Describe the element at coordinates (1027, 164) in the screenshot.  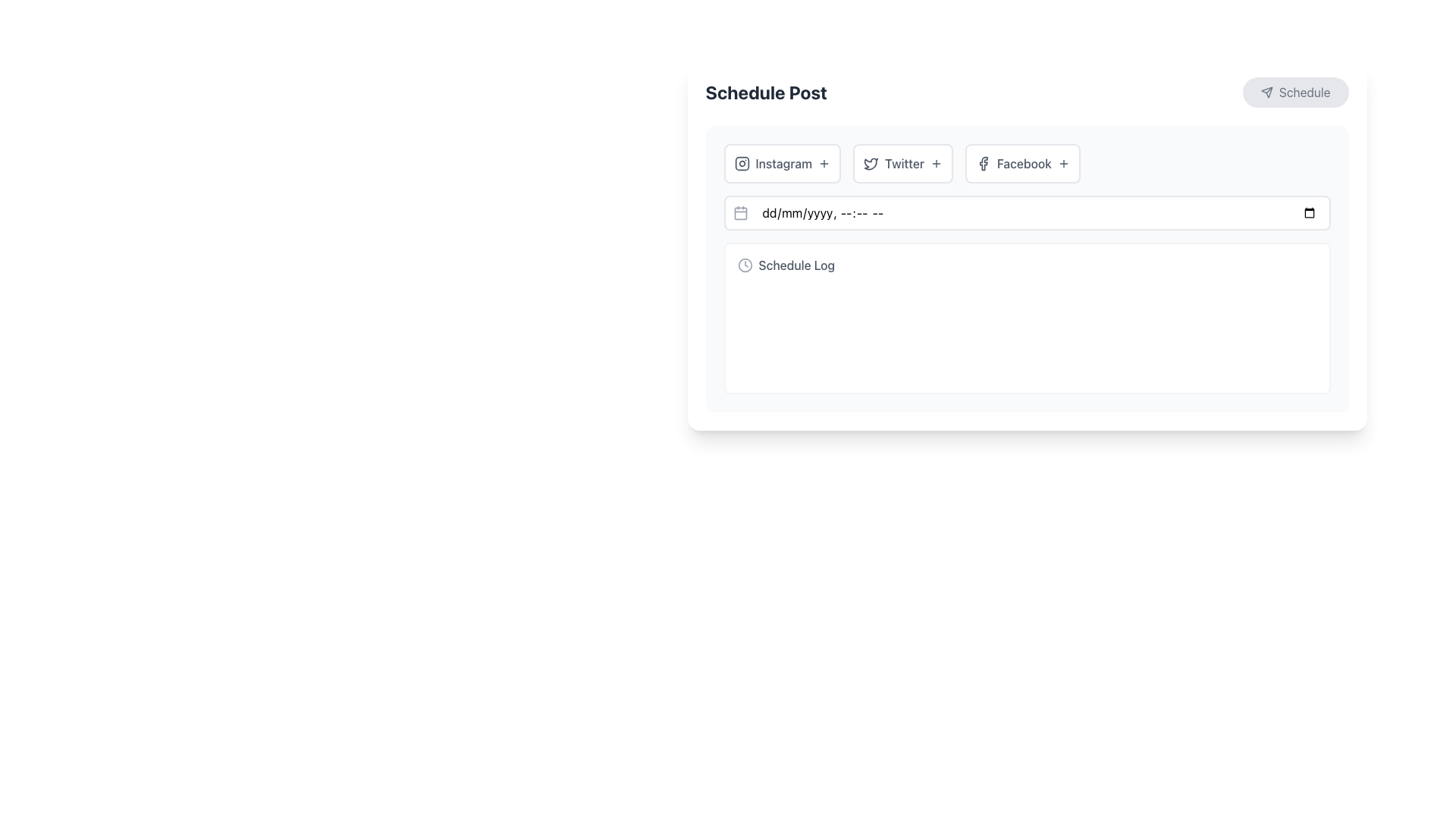
I see `keyboard navigation` at that location.